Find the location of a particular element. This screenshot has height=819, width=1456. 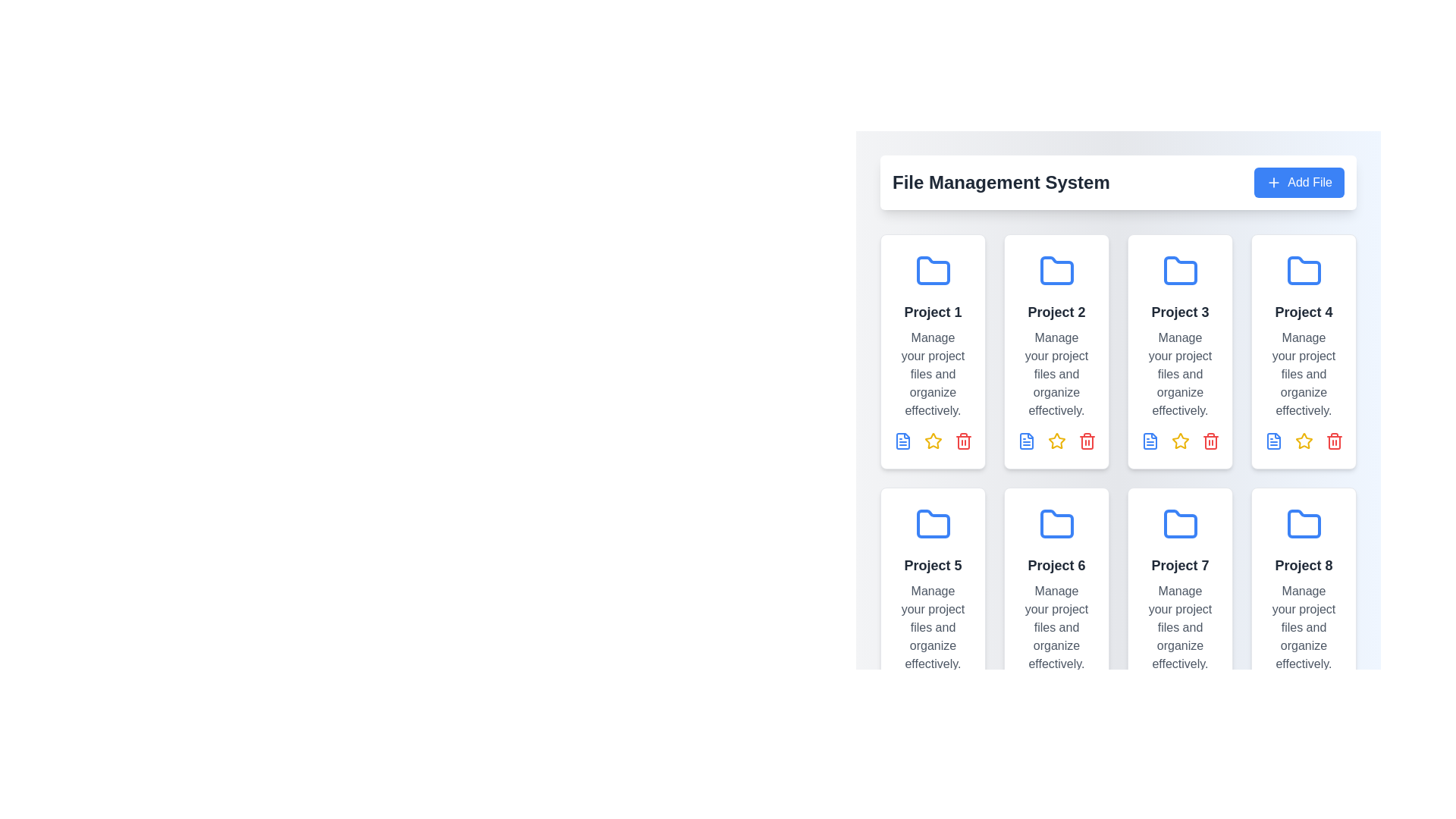

the text label that serves as the title of the project card, which is located within the first card of the grid layout, positioned above the description text and below the folder icon is located at coordinates (932, 312).